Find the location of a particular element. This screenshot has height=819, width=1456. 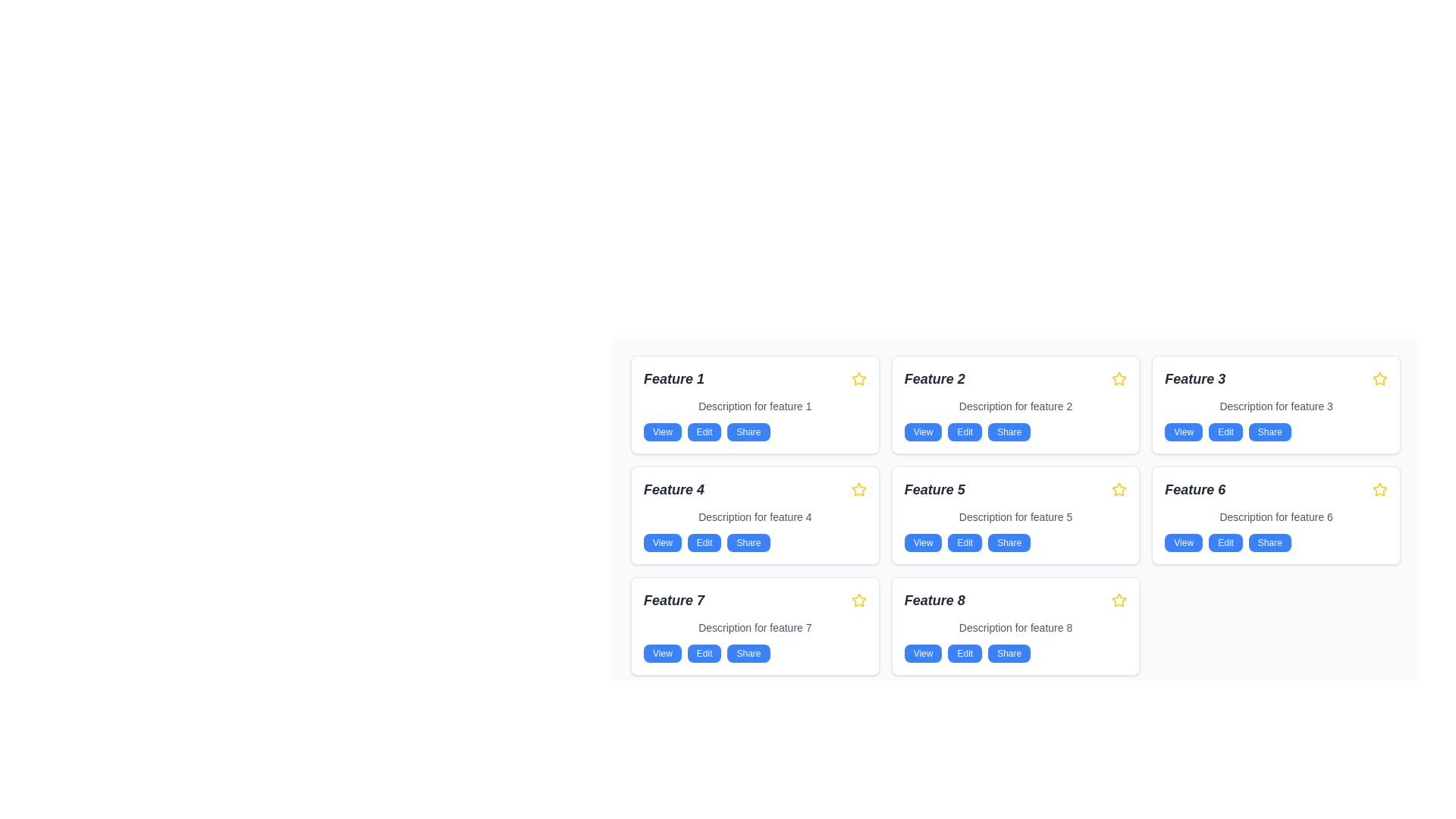

the 'View' button, which is a small rectangular button with rounded corners, white text on a blue background, located under the 'Feature 1' section is located at coordinates (662, 432).